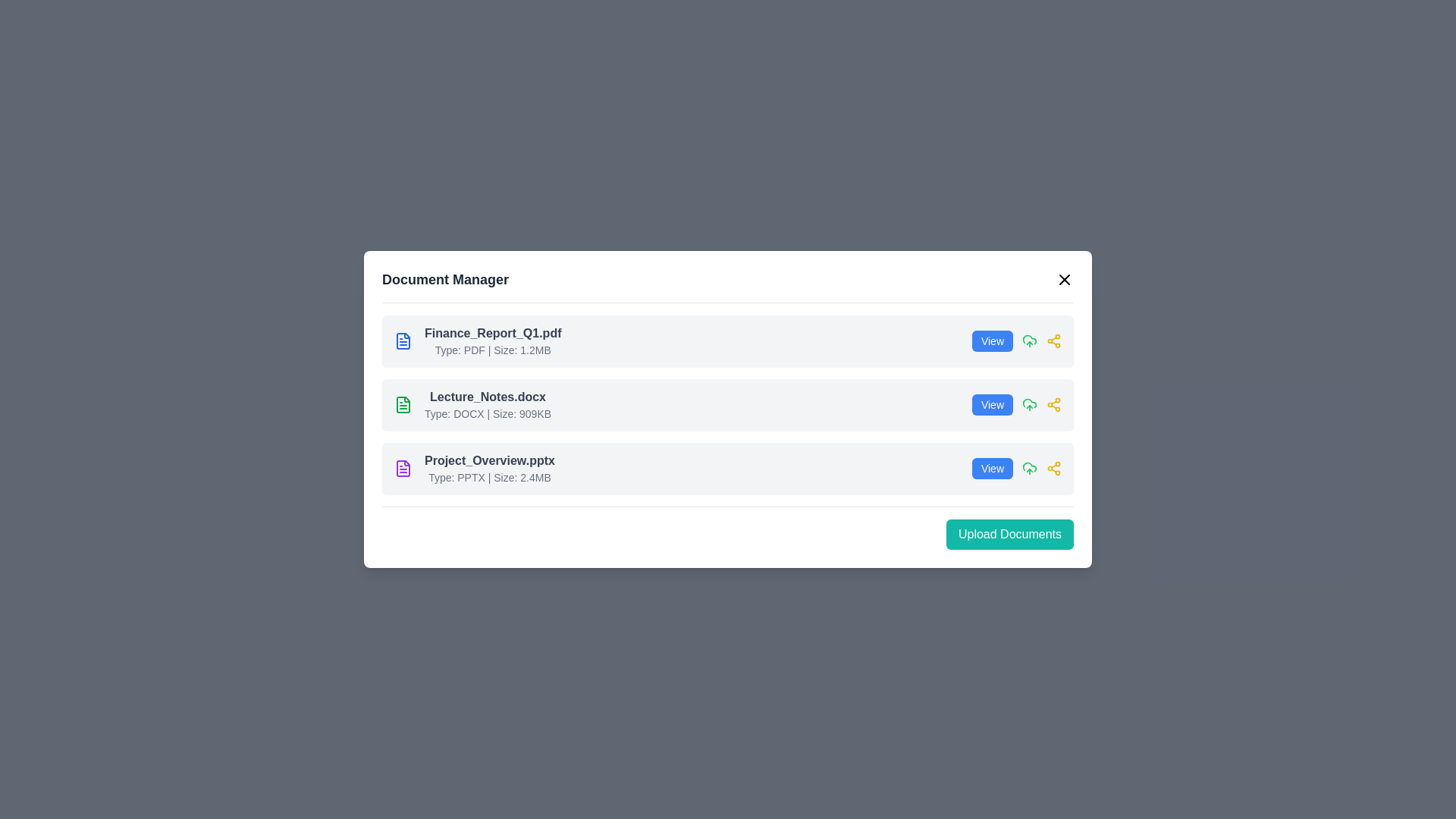 This screenshot has width=1456, height=819. What do you see at coordinates (473, 467) in the screenshot?
I see `information of the third file entry in the Document Manager, which is located below 'Finance_Report_Q1.pdf' and 'Lecture_Notes.docx'` at bounding box center [473, 467].